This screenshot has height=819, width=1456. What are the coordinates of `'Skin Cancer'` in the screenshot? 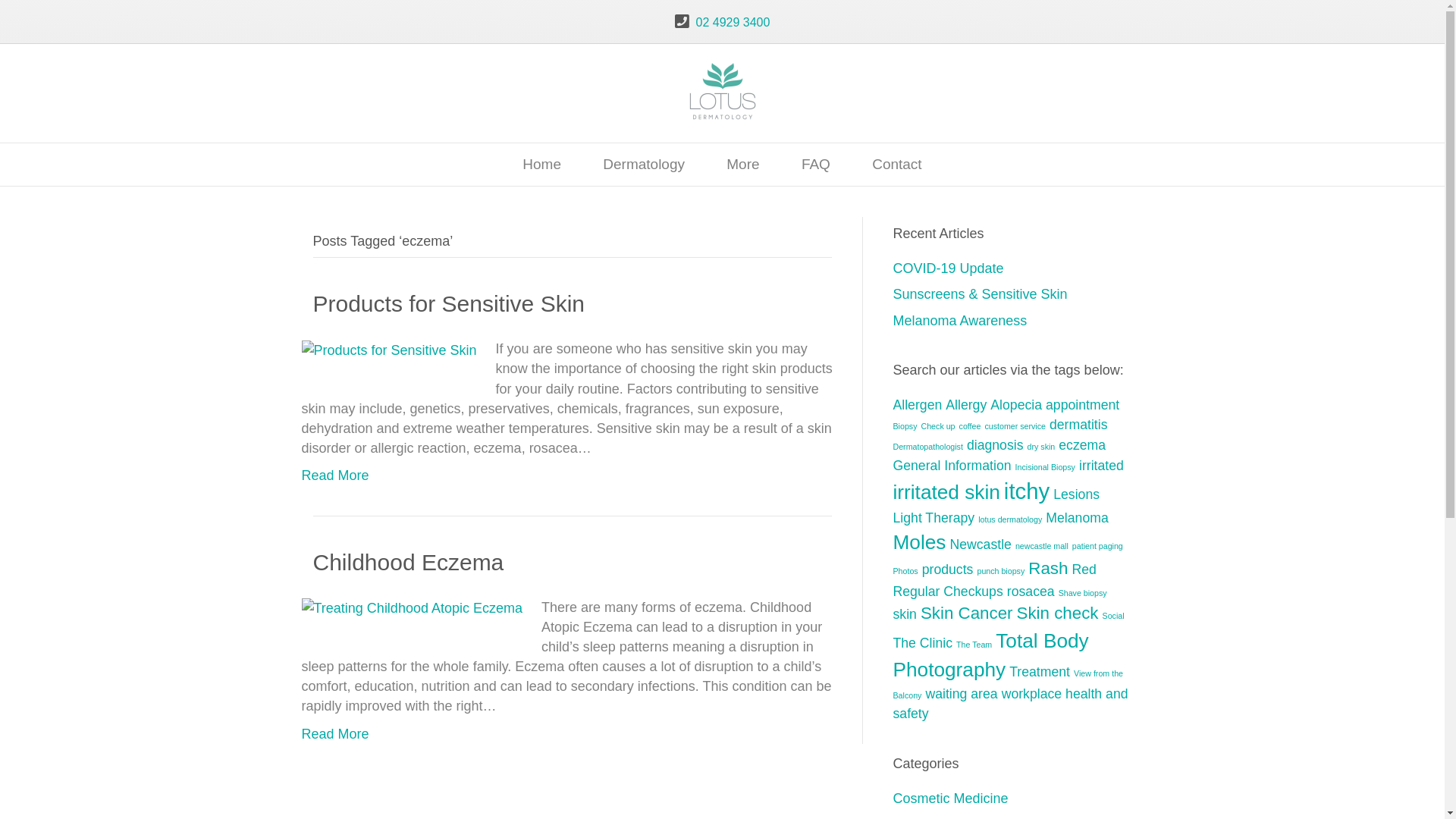 It's located at (966, 612).